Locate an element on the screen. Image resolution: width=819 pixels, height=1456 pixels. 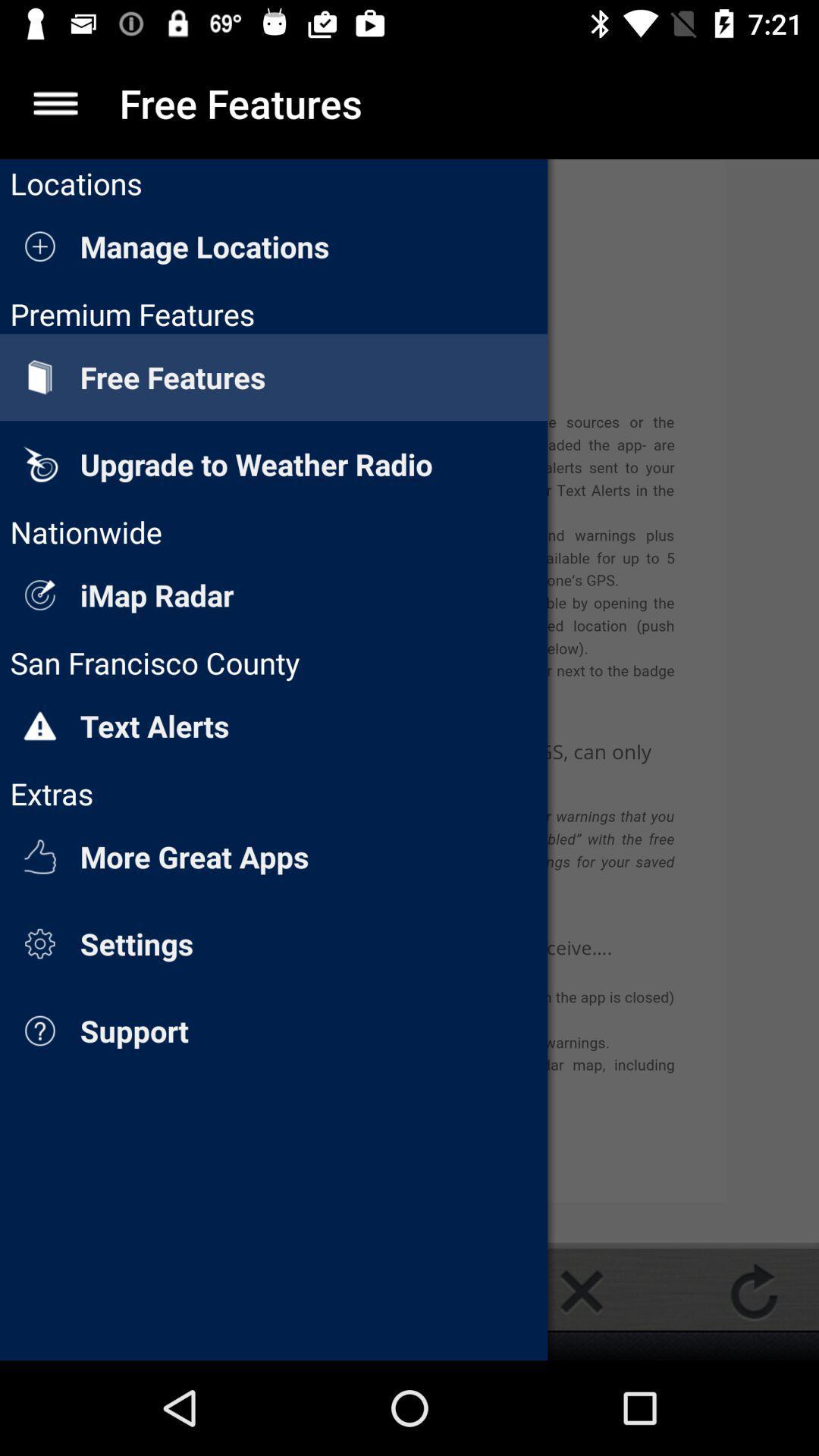
the menu icon is located at coordinates (55, 102).